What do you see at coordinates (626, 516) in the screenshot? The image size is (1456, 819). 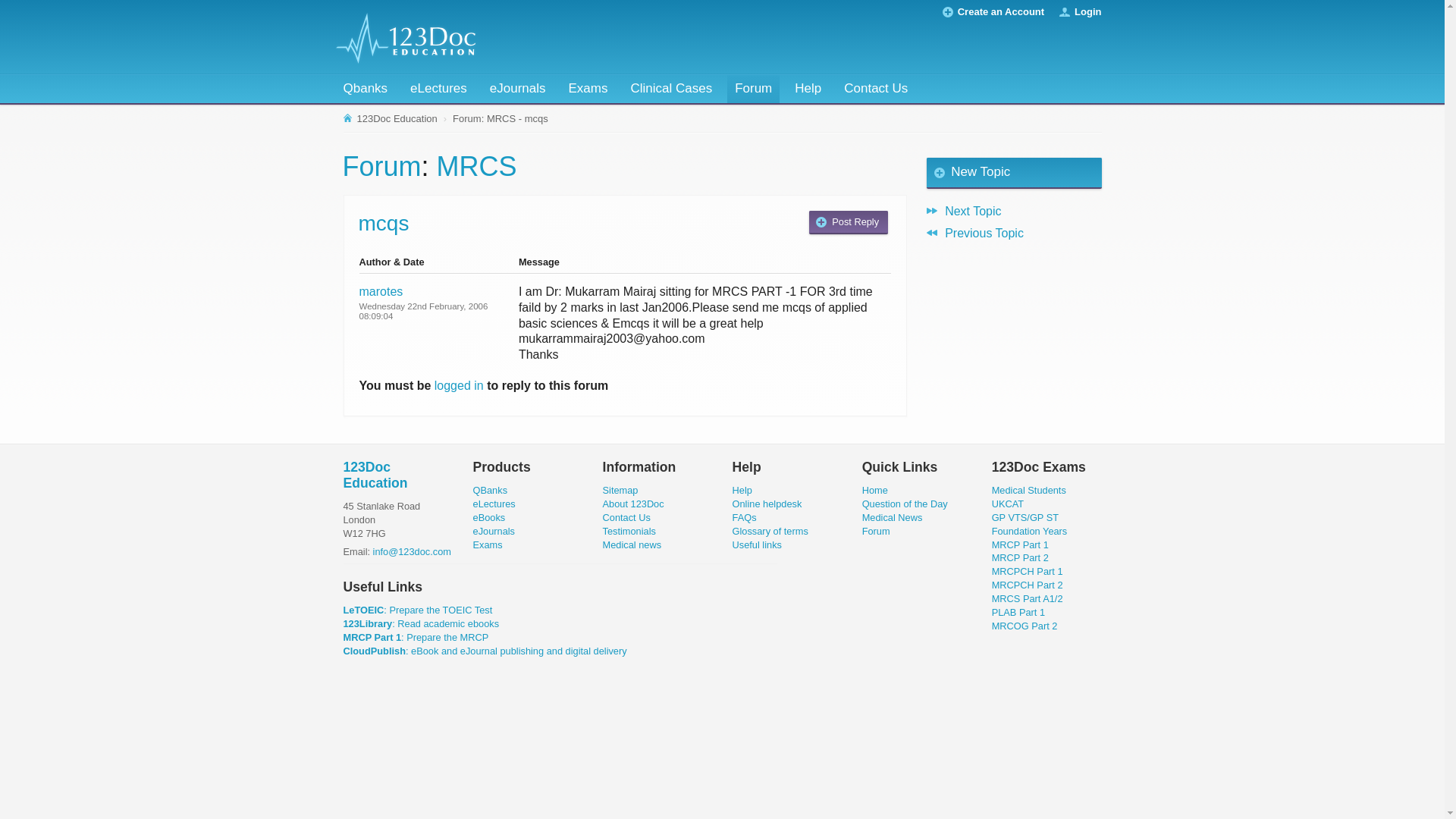 I see `'Contact Us'` at bounding box center [626, 516].